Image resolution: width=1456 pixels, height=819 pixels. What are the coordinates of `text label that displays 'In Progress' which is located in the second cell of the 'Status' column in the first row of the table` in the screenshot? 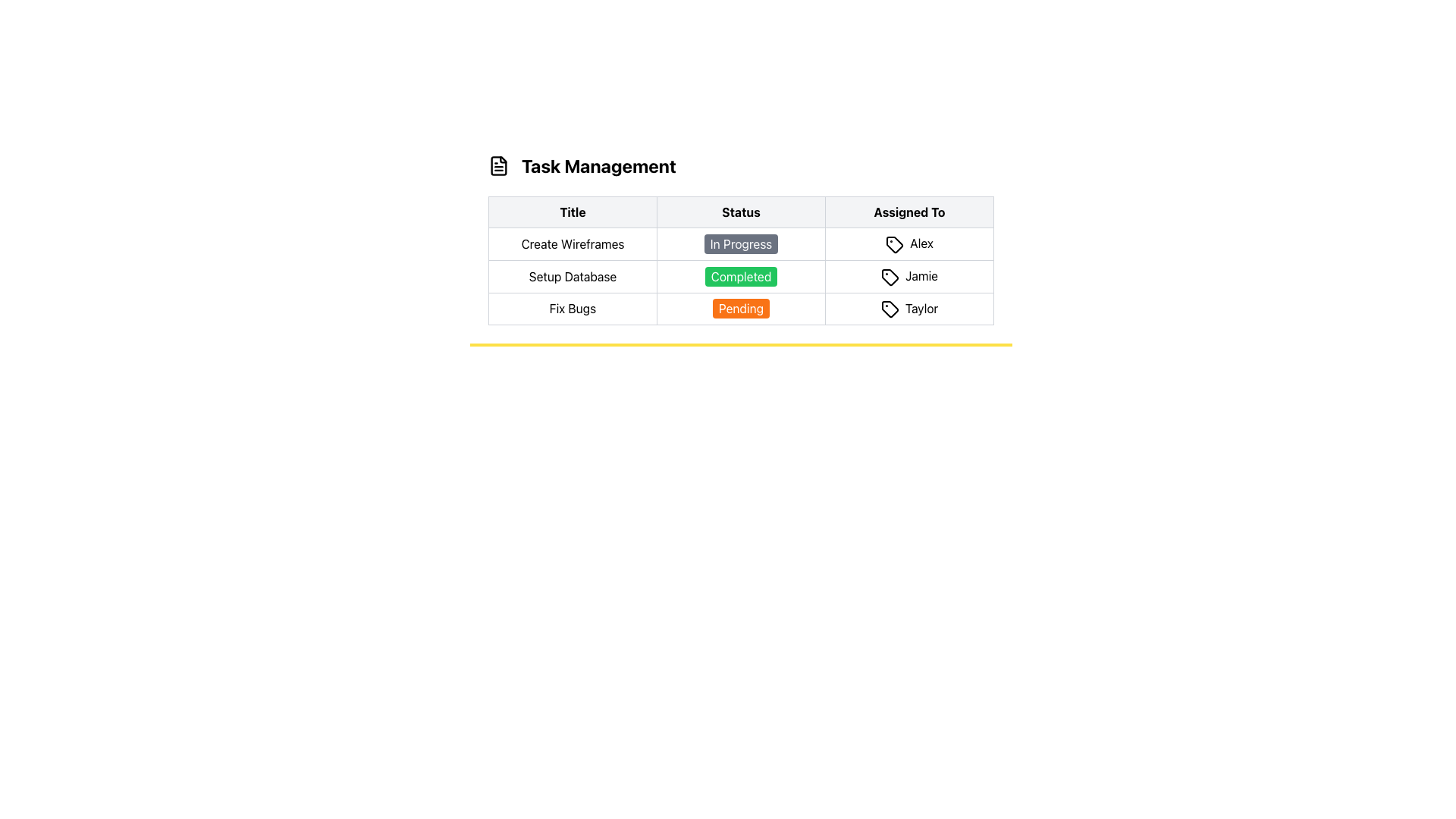 It's located at (741, 243).